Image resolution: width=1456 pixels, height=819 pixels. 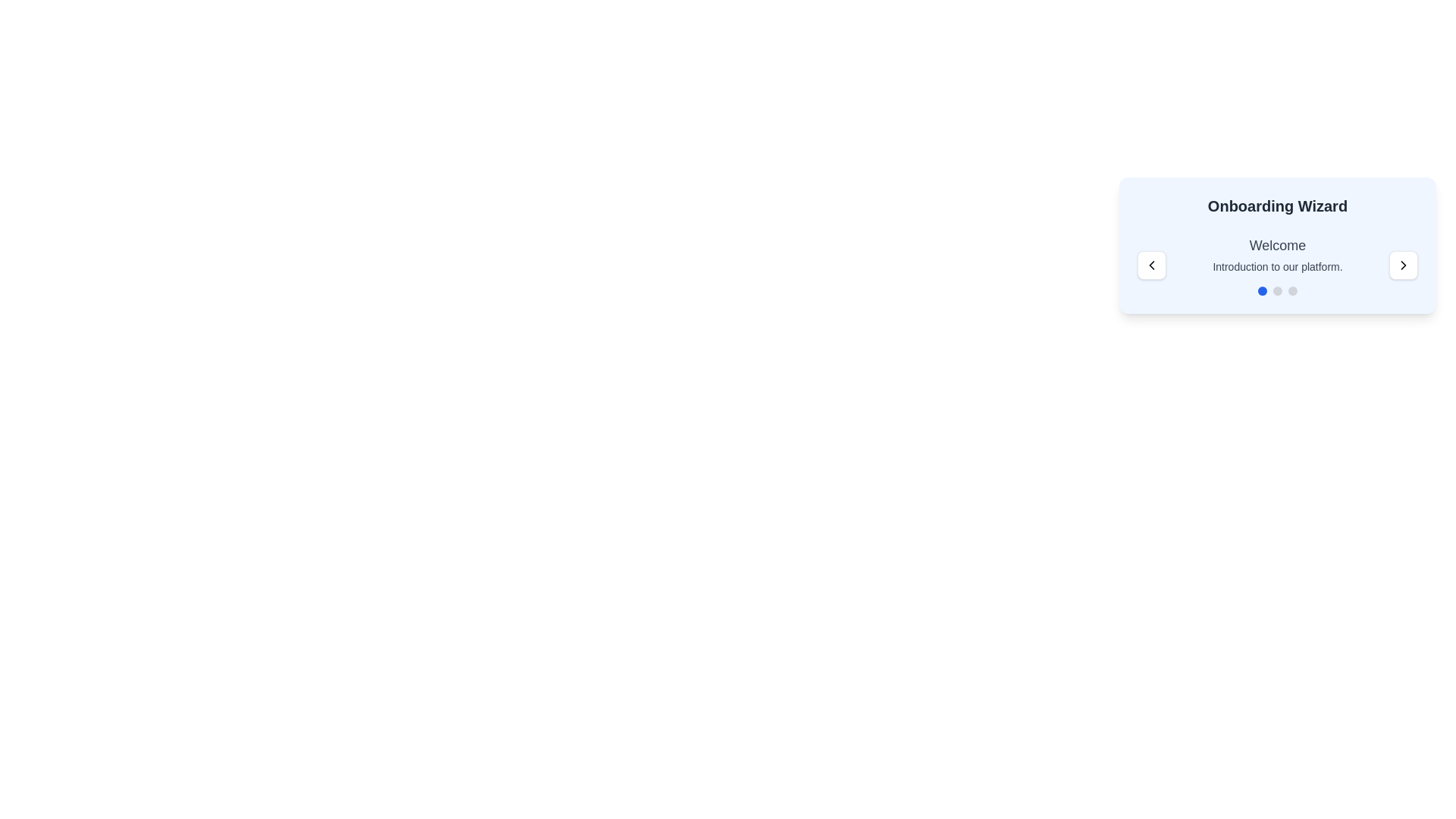 I want to click on the second gray visual navigation indicator dot in the horizontal group on the 'Onboarding Wizard' UI card, so click(x=1276, y=291).